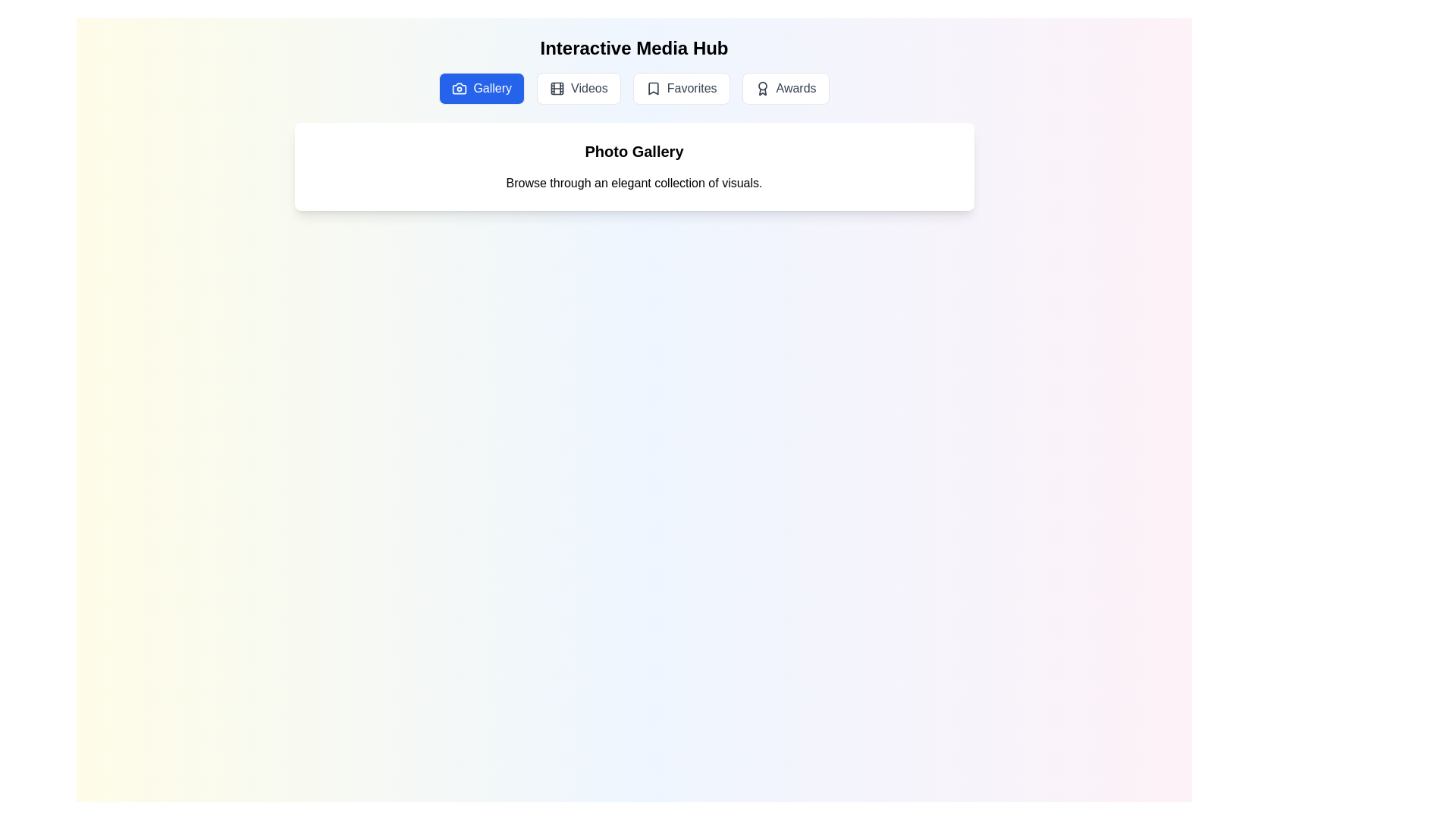 The height and width of the screenshot is (819, 1456). I want to click on the third button in the horizontal menu bar at the top center of the layout, so click(680, 88).